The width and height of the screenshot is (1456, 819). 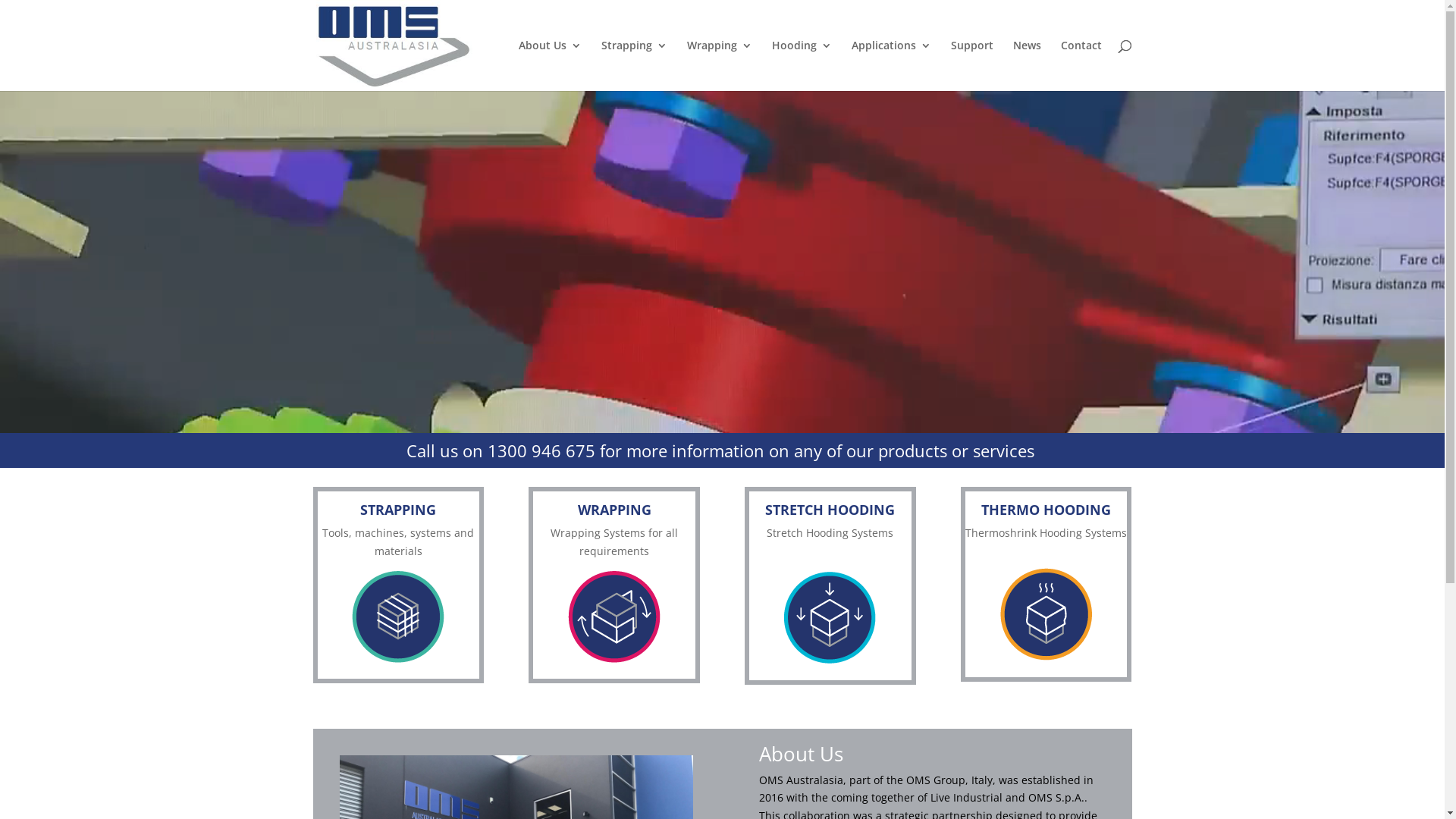 What do you see at coordinates (971, 64) in the screenshot?
I see `'Support'` at bounding box center [971, 64].